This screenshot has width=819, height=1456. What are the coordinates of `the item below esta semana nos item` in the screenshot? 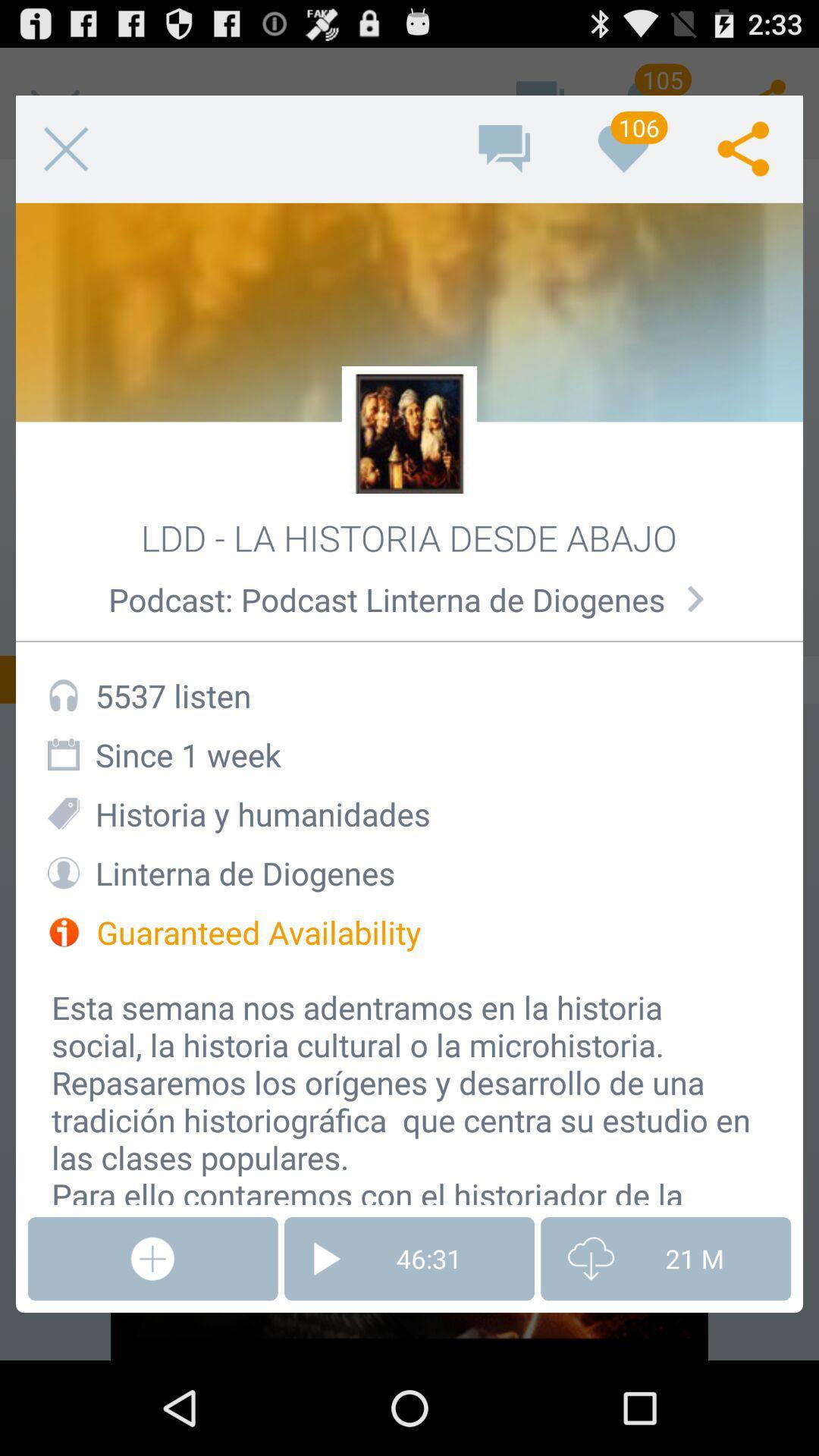 It's located at (409, 1259).